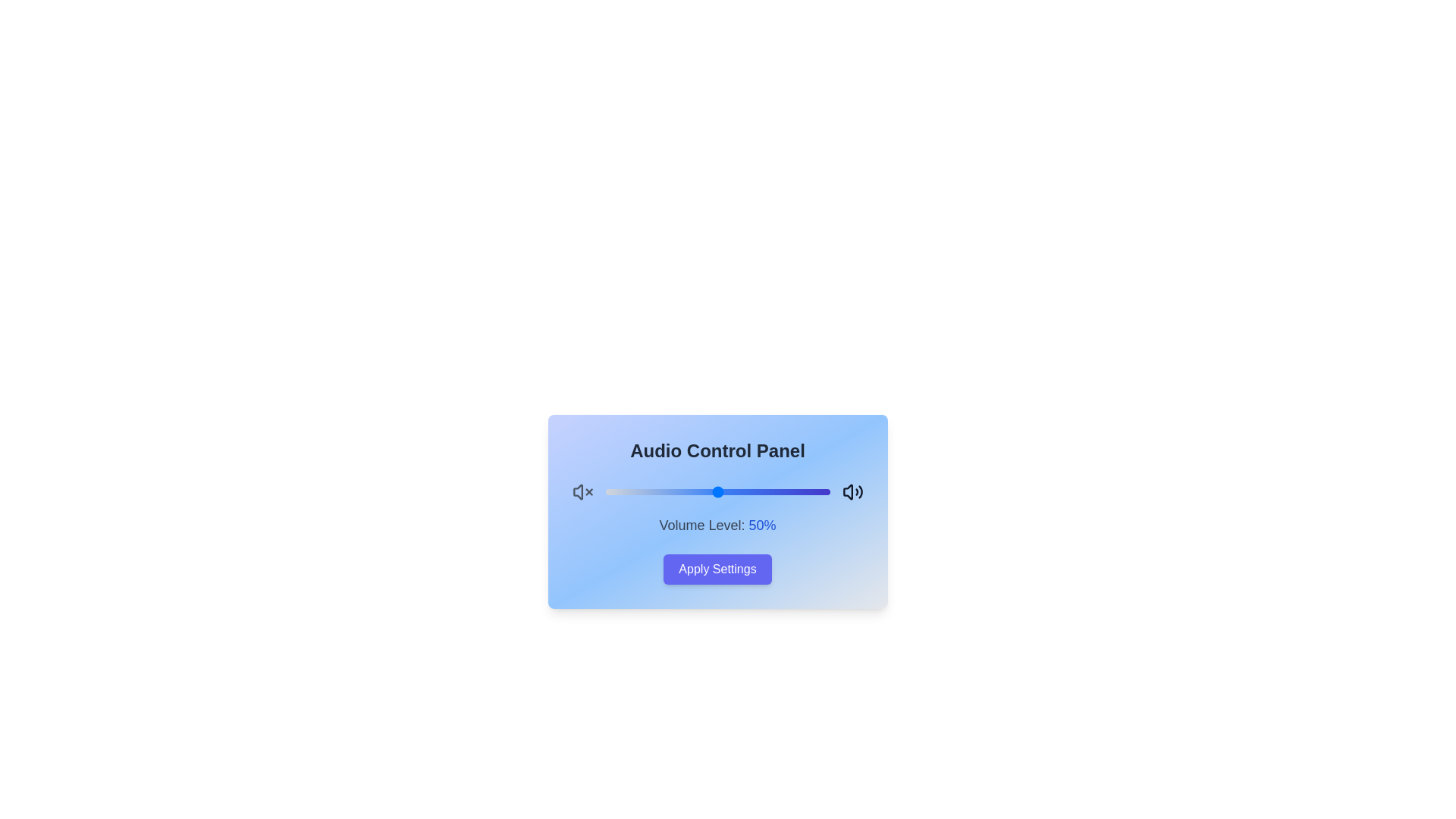  I want to click on the mute volume icon to toggle the audio state, so click(582, 491).